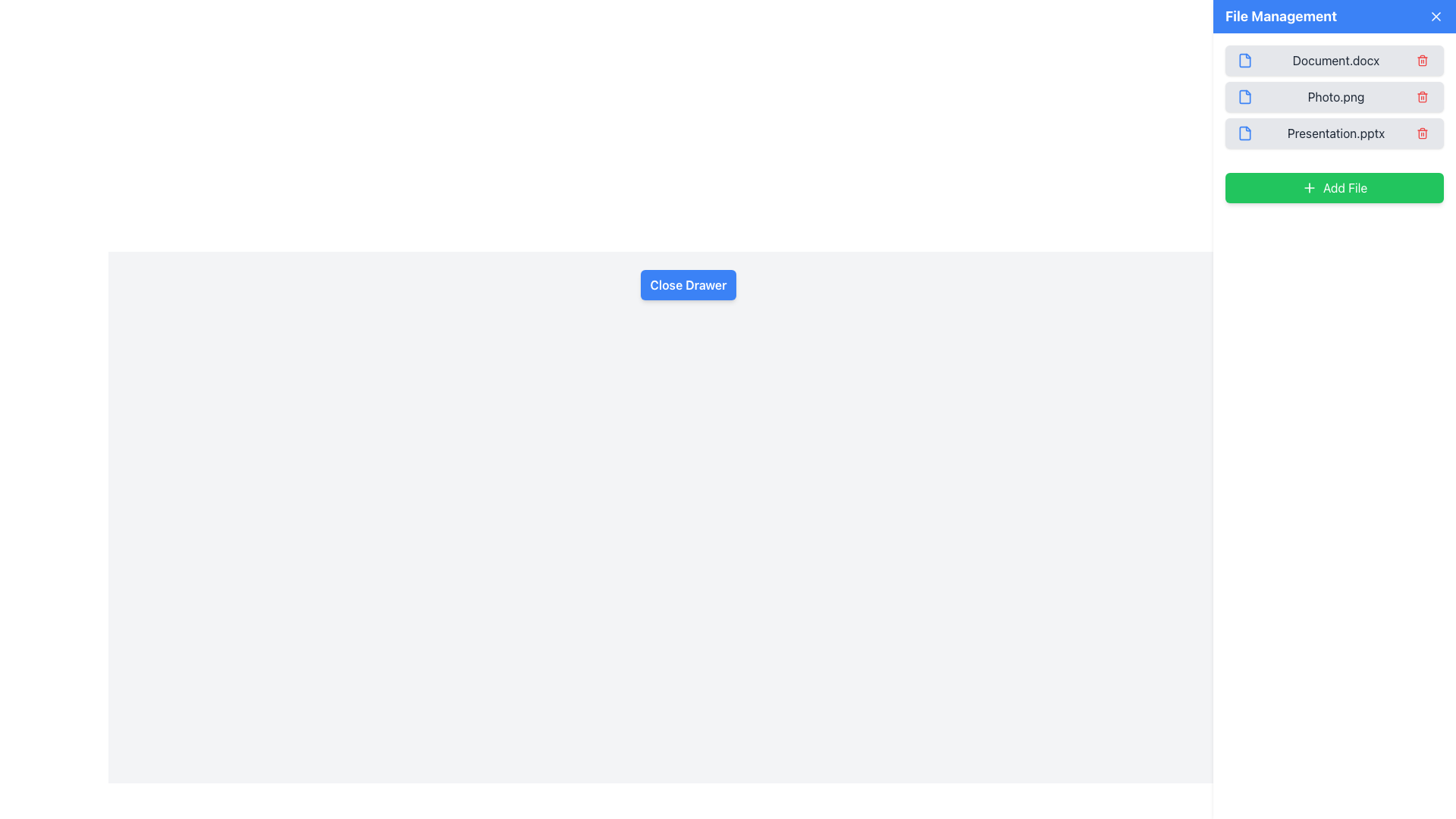 The width and height of the screenshot is (1456, 819). Describe the element at coordinates (1436, 17) in the screenshot. I see `the 'X' icon button located at the top-right corner of the 'File Management' header` at that location.